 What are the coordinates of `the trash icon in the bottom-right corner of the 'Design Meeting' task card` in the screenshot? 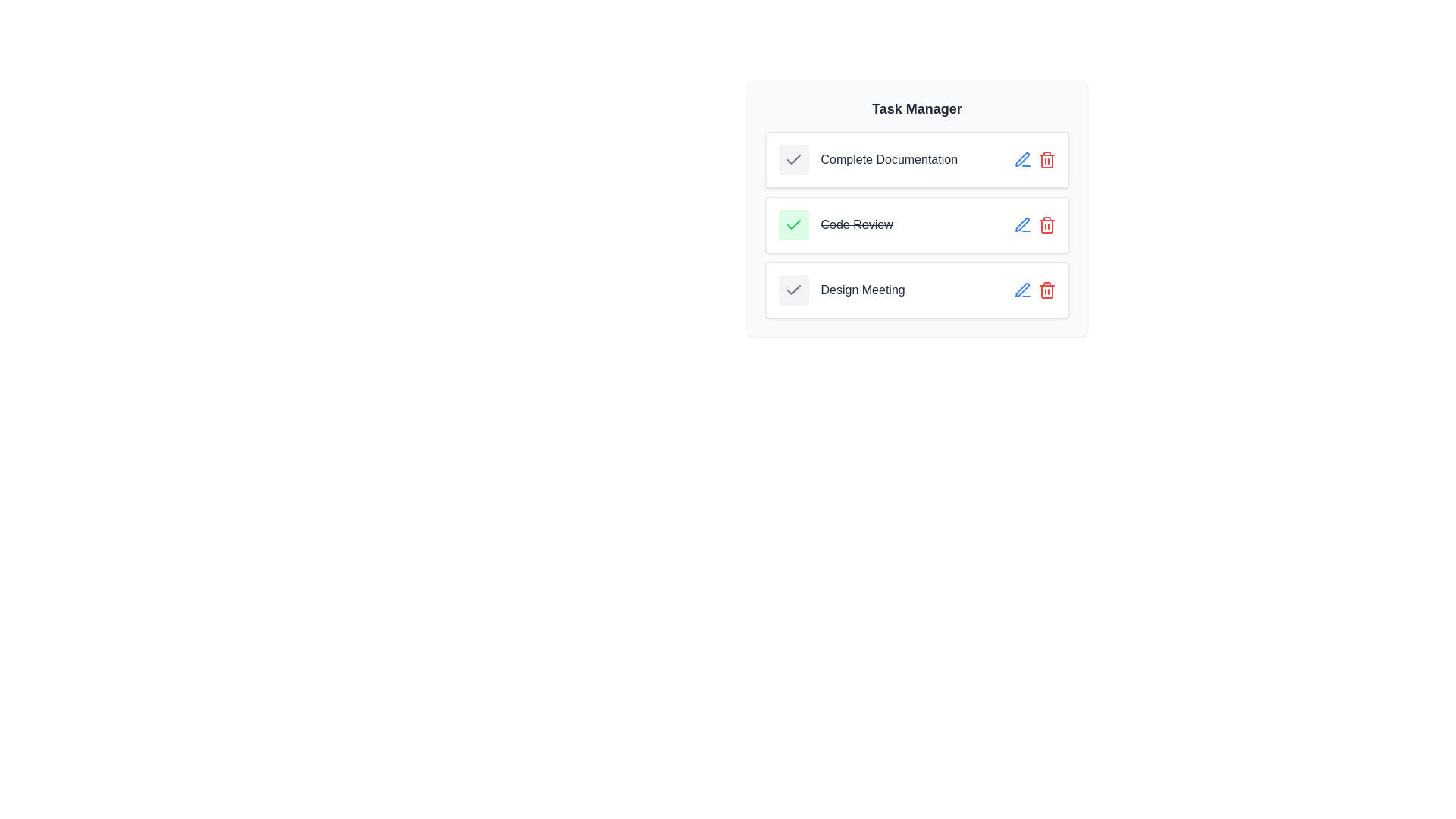 It's located at (1034, 290).